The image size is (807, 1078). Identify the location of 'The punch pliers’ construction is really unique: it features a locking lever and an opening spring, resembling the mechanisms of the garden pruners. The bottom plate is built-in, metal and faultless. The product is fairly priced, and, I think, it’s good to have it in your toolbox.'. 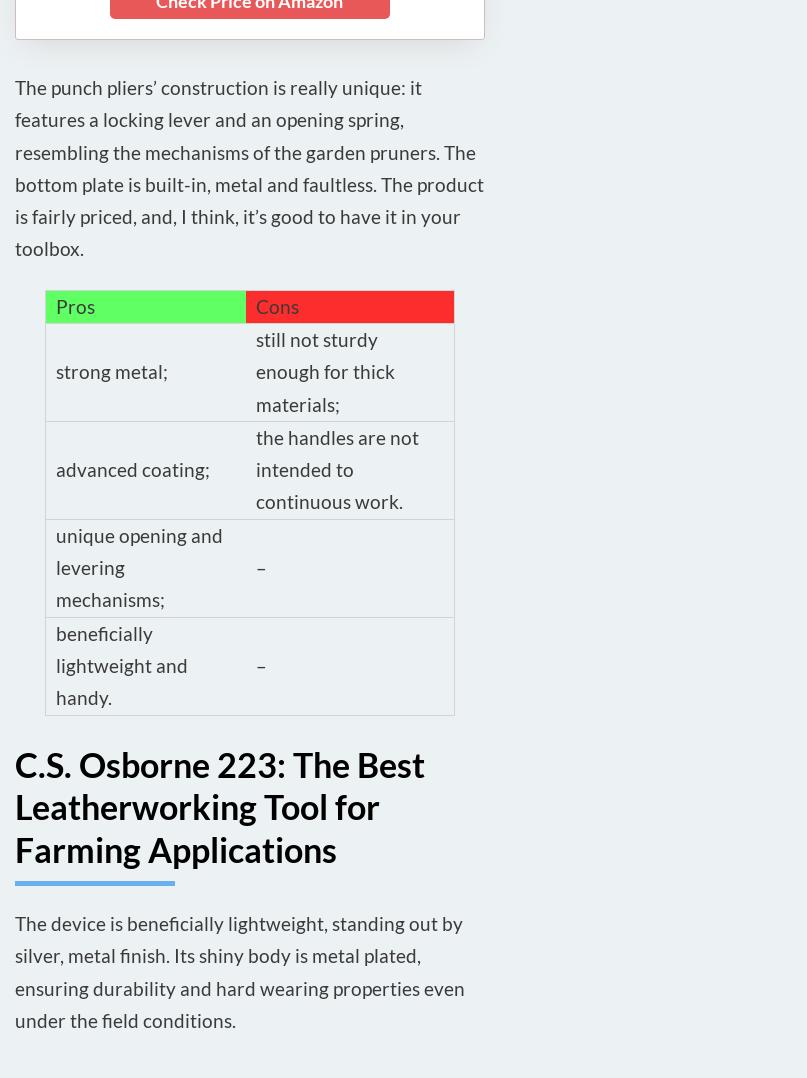
(248, 166).